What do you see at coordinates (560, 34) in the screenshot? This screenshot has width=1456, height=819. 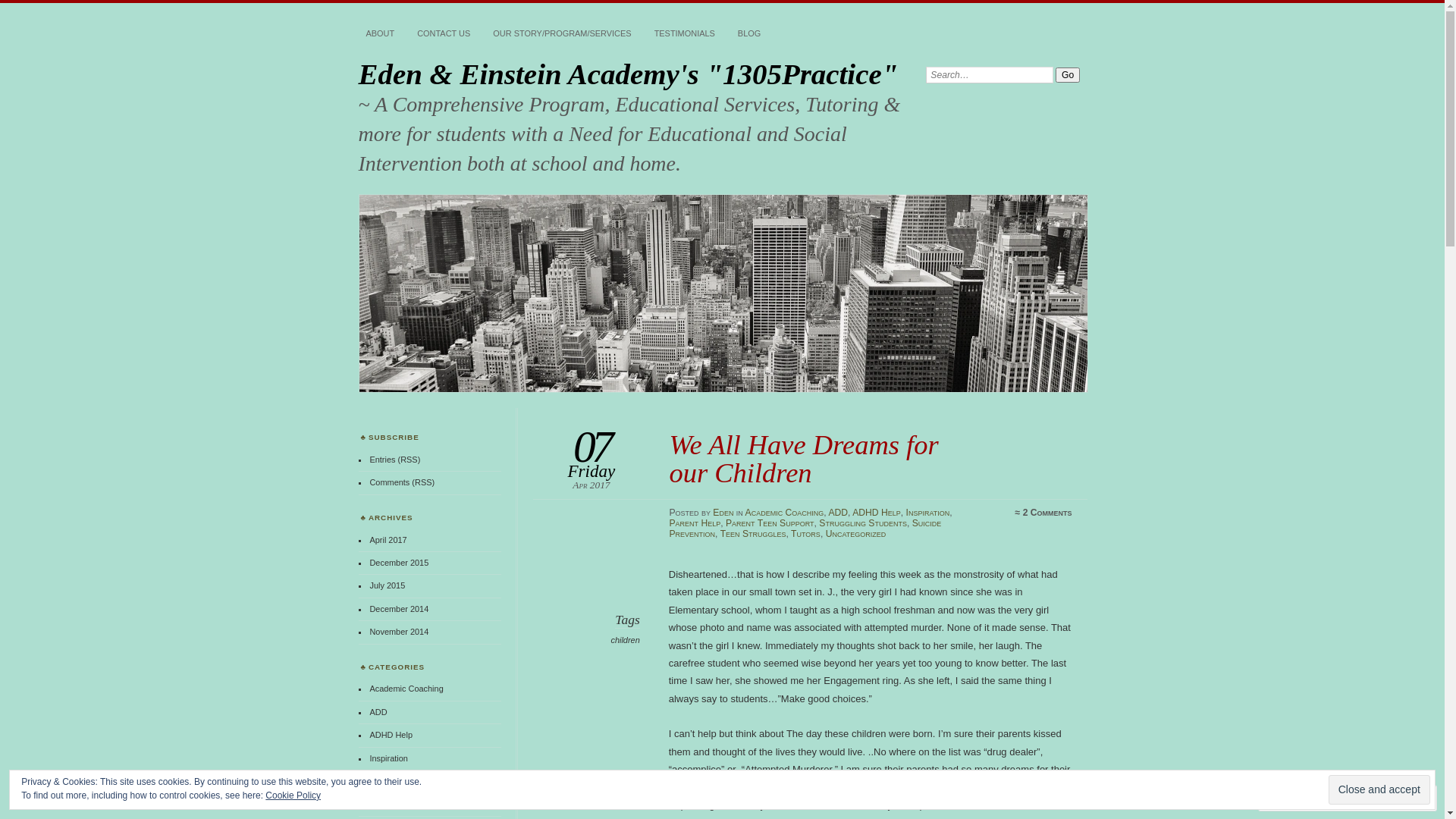 I see `'OUR STORY/PROGRAM/SERVICES'` at bounding box center [560, 34].